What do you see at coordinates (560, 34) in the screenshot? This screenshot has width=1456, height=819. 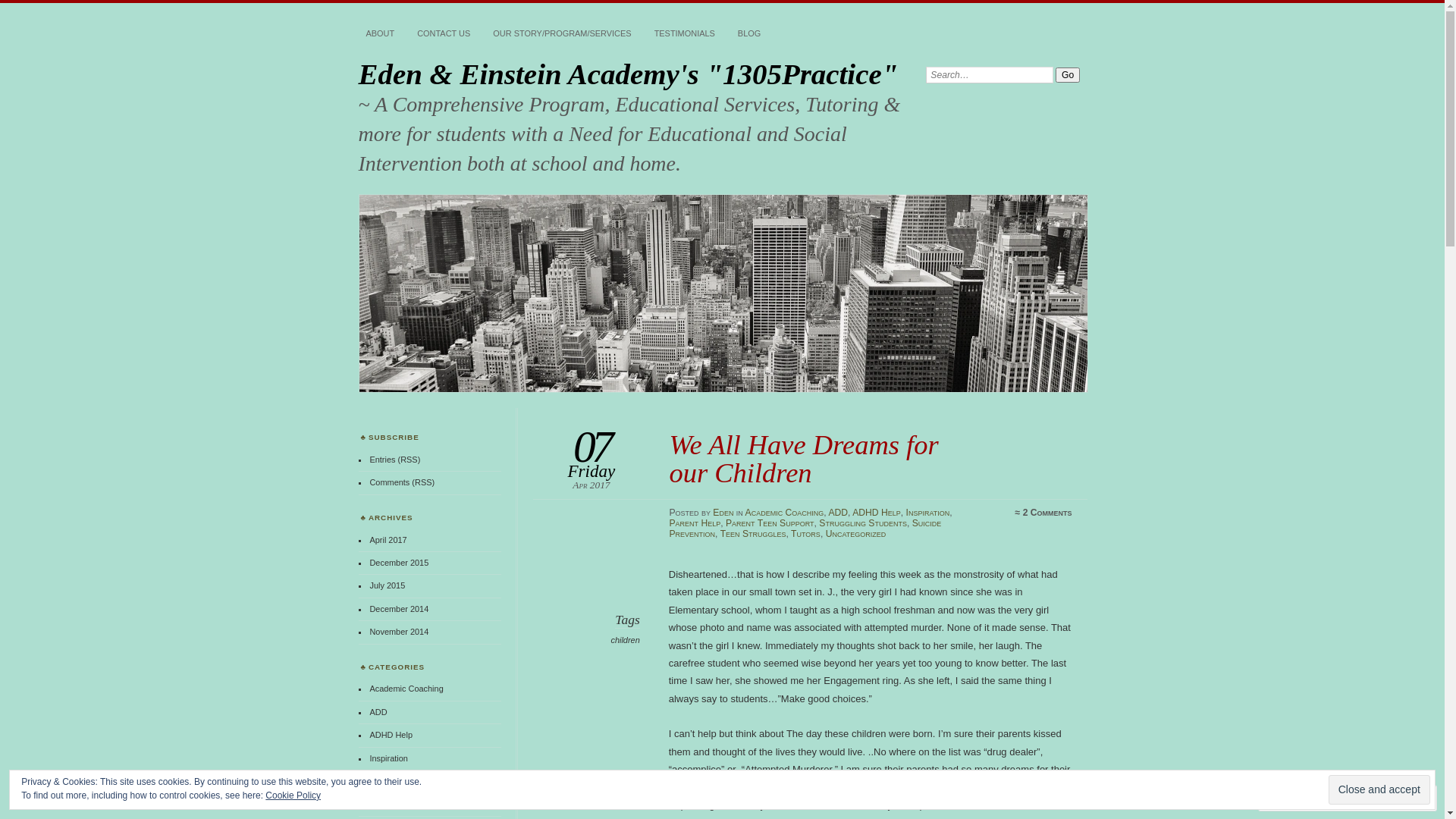 I see `'OUR STORY/PROGRAM/SERVICES'` at bounding box center [560, 34].